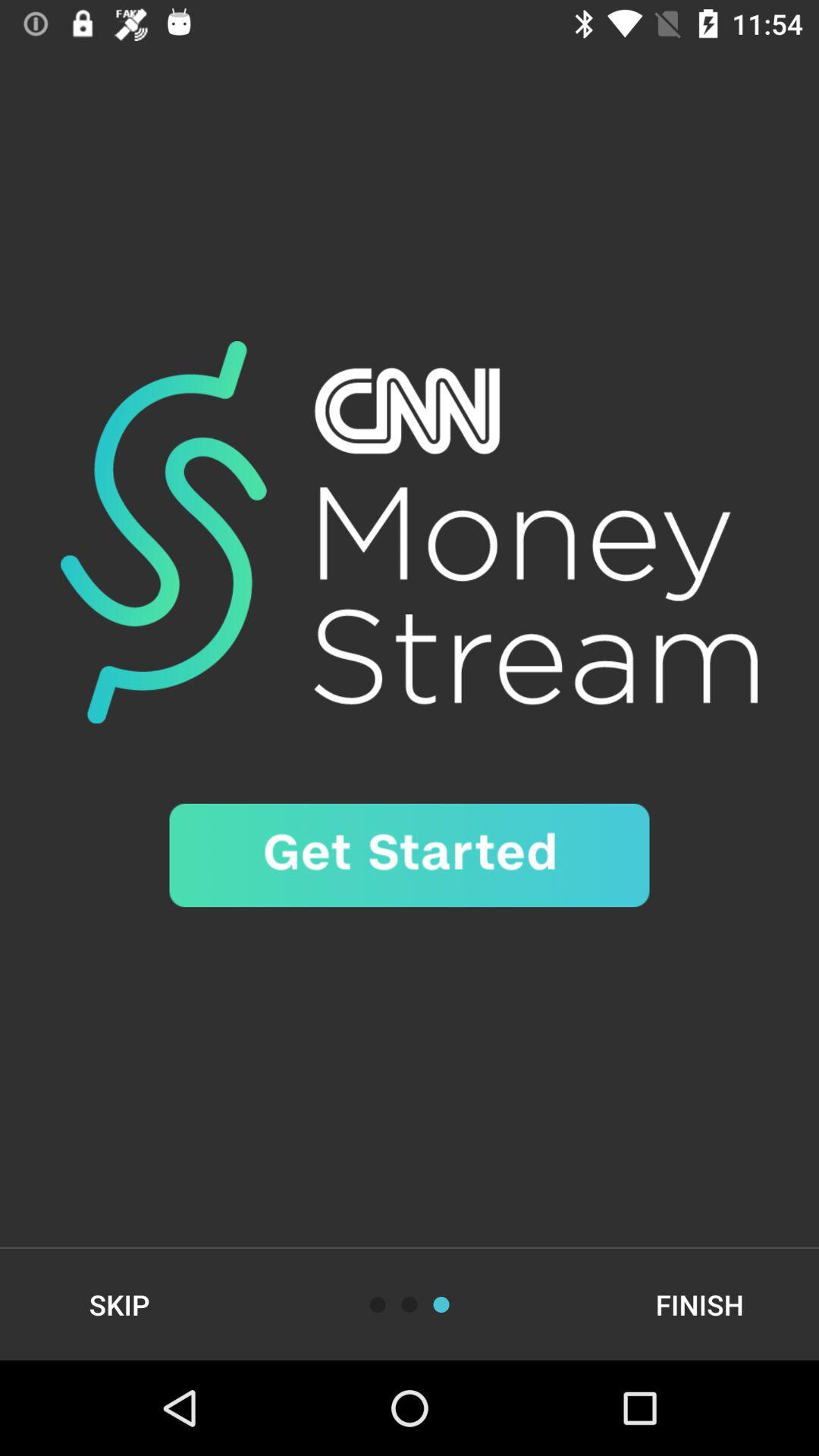  What do you see at coordinates (699, 1304) in the screenshot?
I see `the finish item` at bounding box center [699, 1304].